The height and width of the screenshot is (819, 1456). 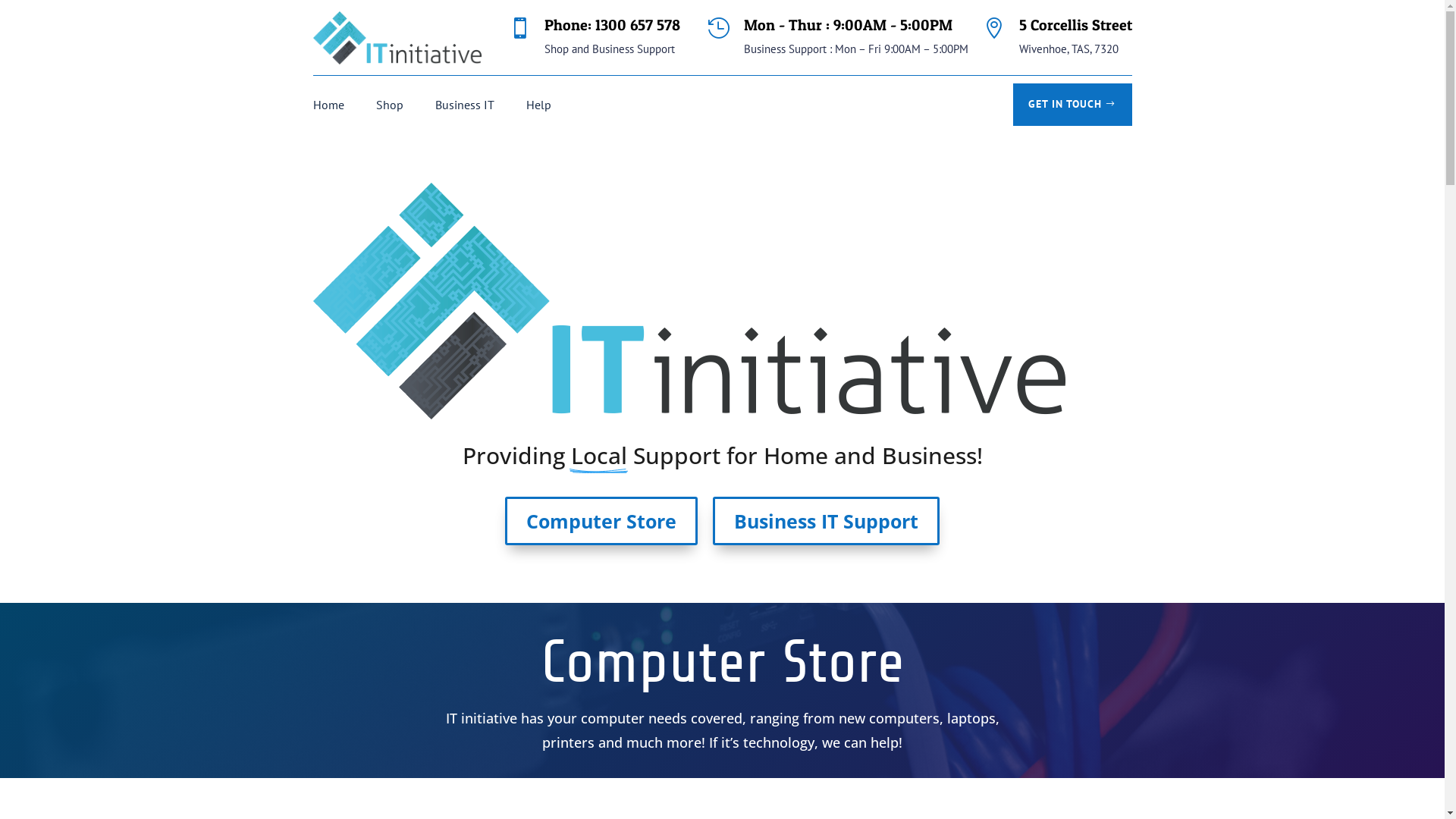 I want to click on 'ITINIT~1', so click(x=397, y=37).